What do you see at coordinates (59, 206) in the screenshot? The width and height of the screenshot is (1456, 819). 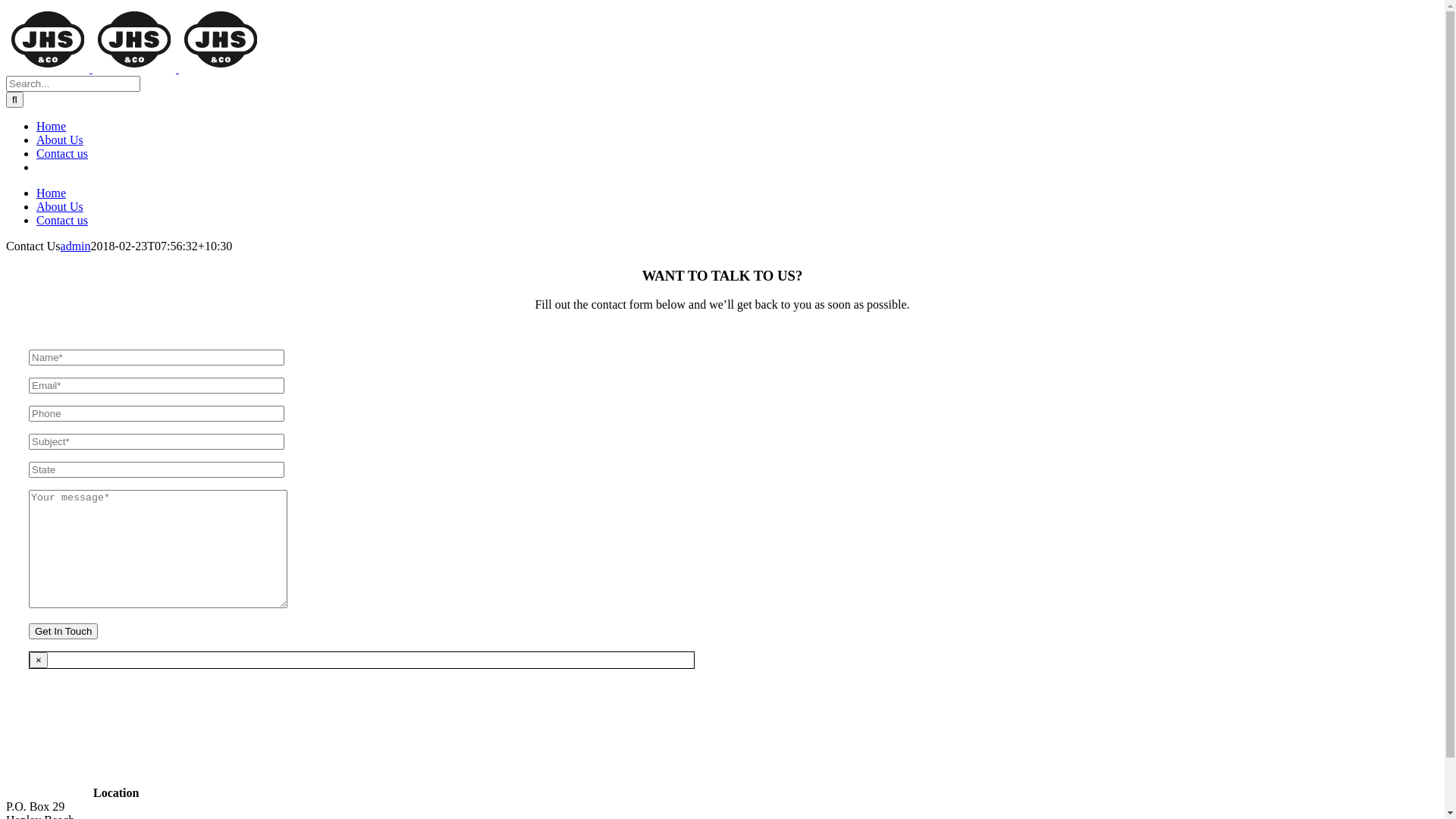 I see `'About Us'` at bounding box center [59, 206].